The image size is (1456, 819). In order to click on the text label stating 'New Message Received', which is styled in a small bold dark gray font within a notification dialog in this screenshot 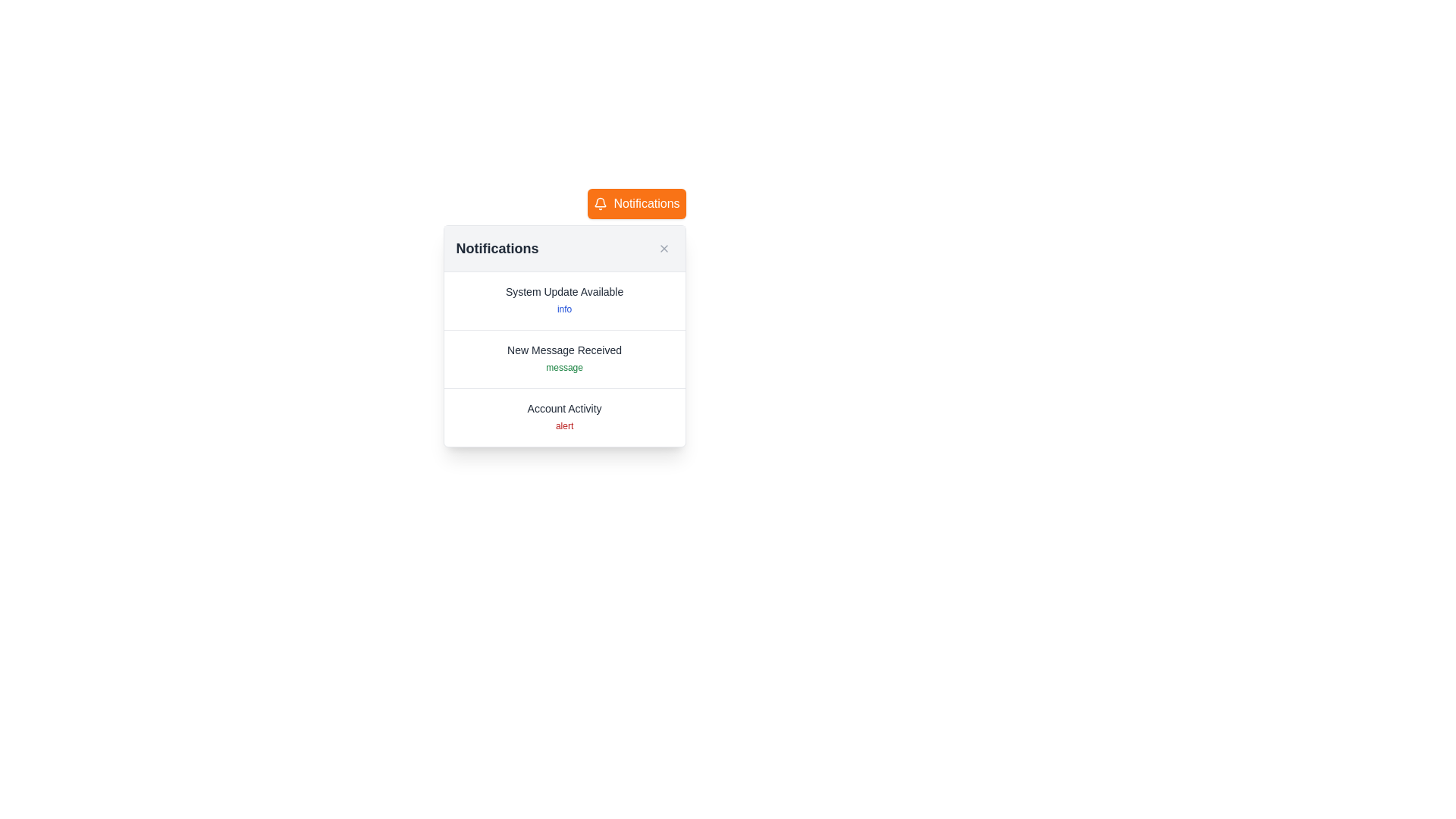, I will do `click(563, 350)`.